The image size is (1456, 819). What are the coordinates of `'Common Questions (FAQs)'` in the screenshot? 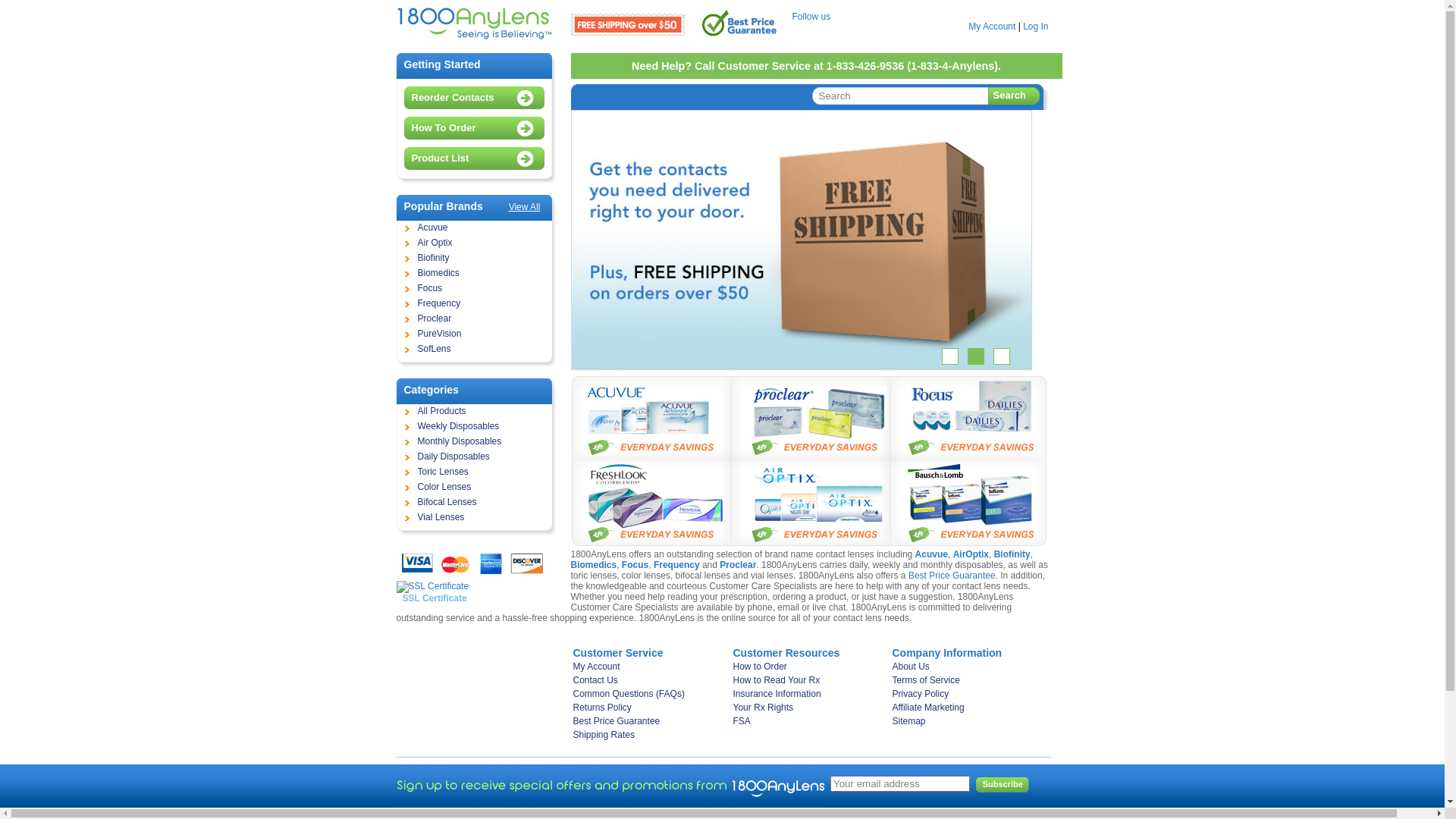 It's located at (649, 693).